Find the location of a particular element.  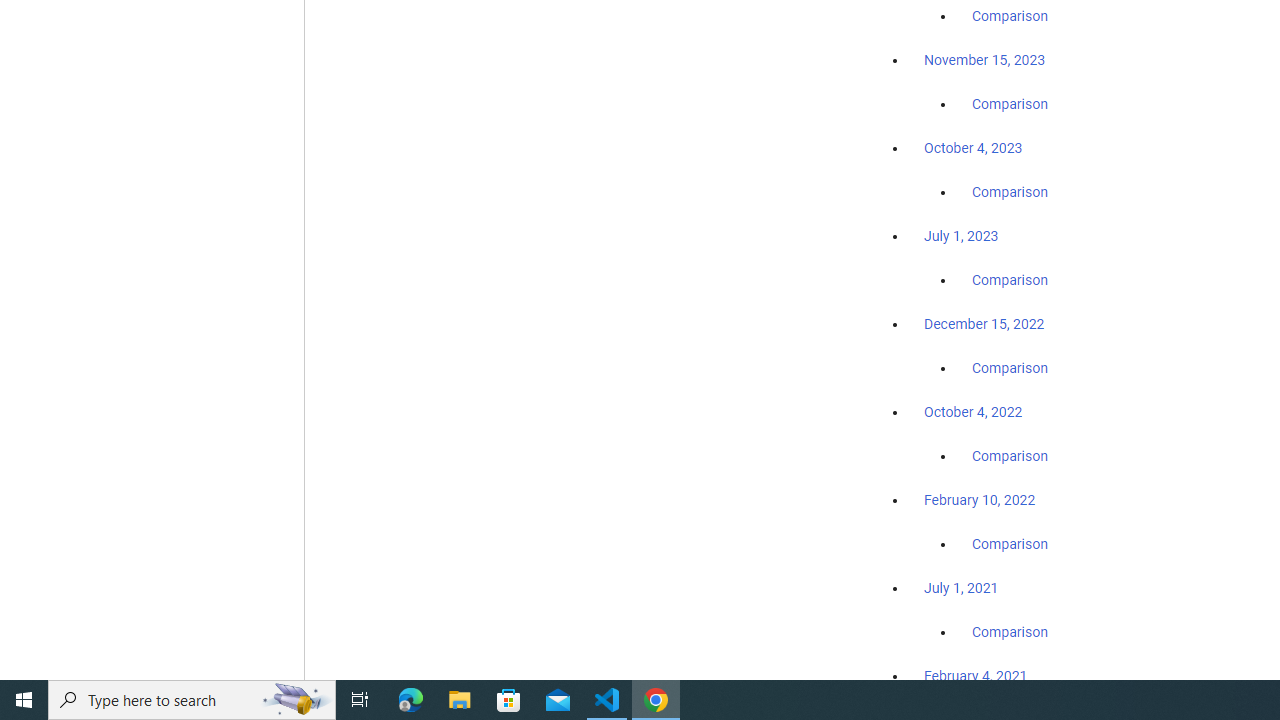

'July 1, 2021' is located at coordinates (961, 586).